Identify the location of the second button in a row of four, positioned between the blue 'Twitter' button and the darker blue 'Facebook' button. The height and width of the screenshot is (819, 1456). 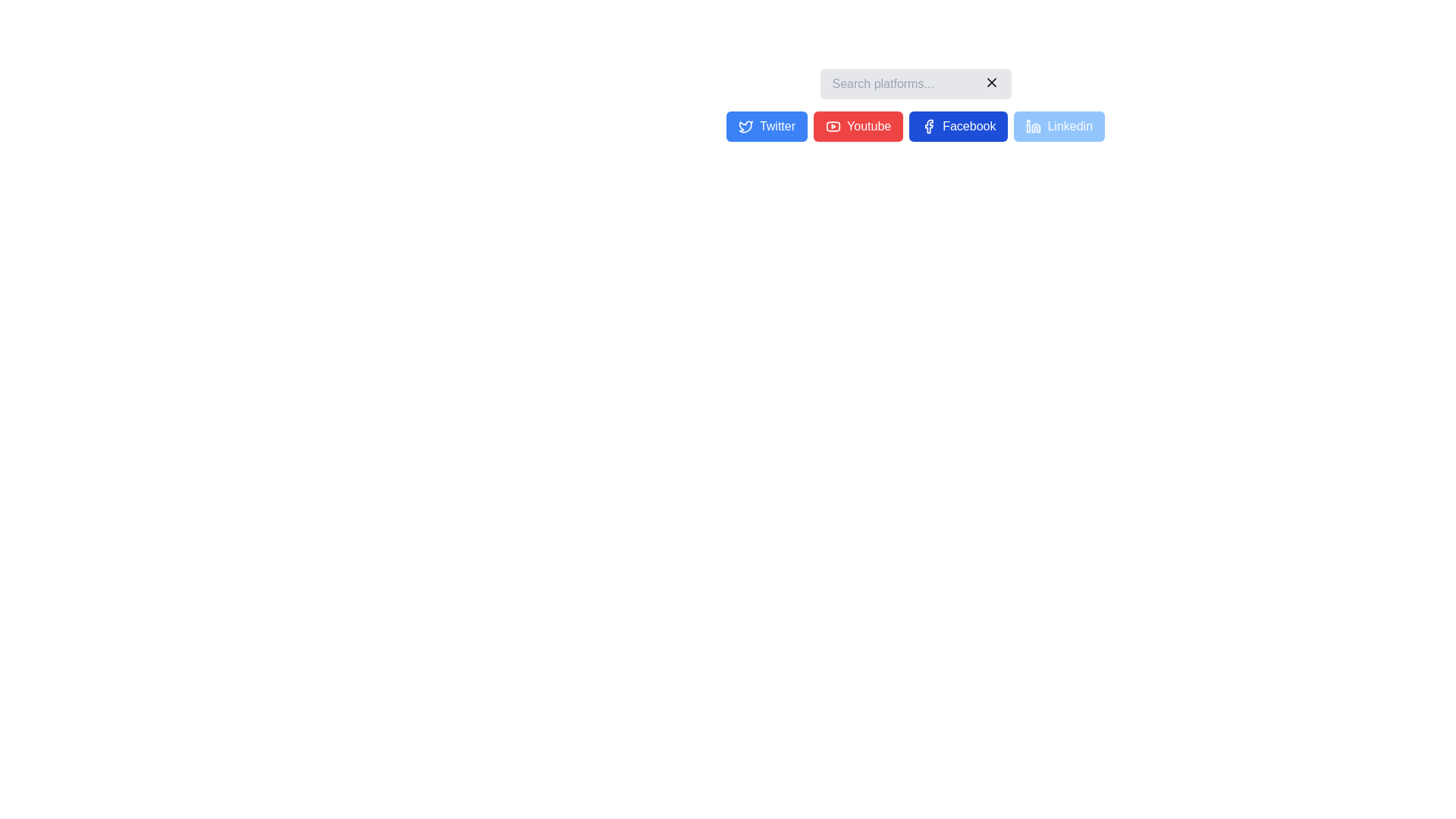
(858, 125).